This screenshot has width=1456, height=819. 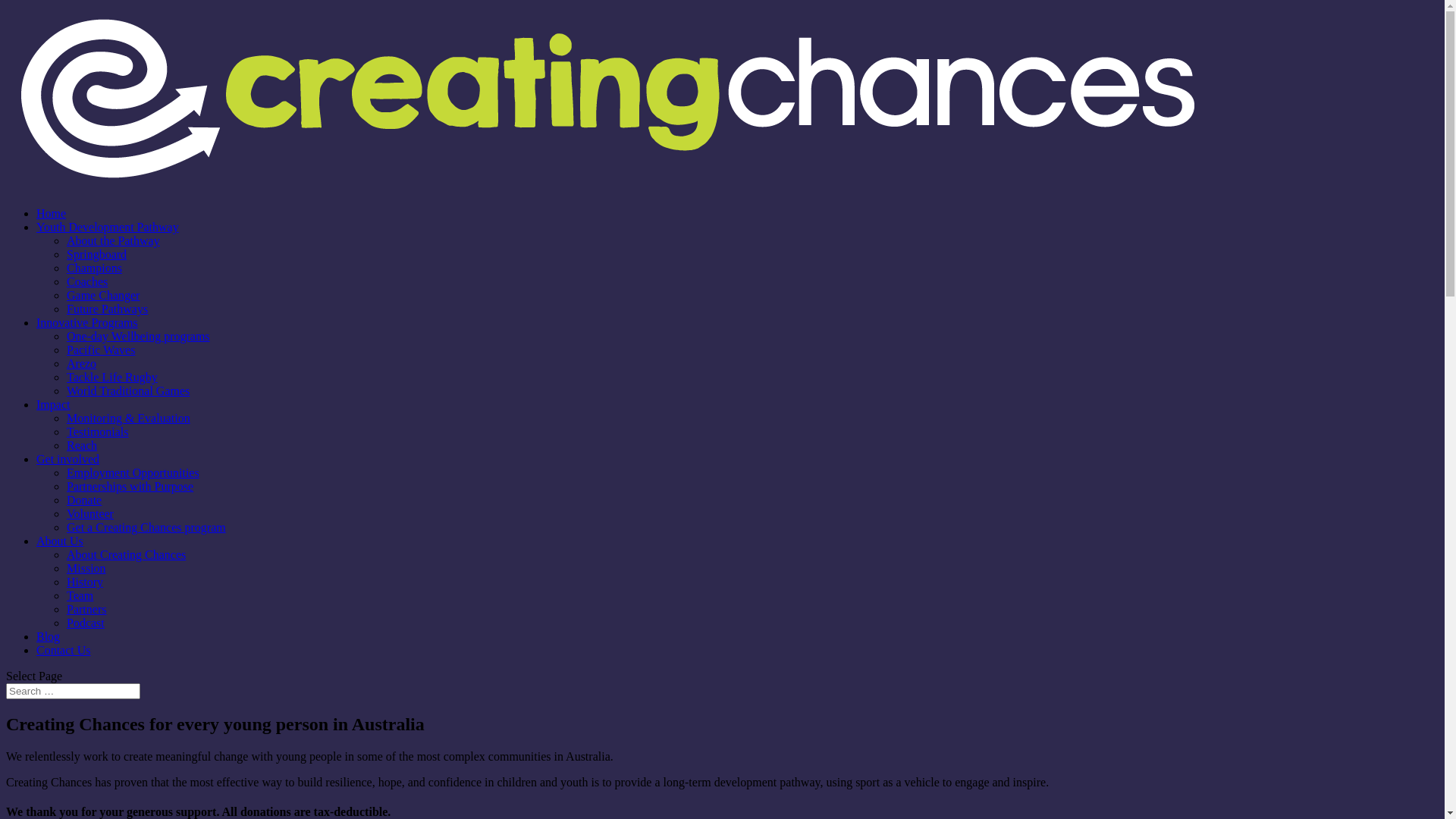 What do you see at coordinates (51, 213) in the screenshot?
I see `'Home'` at bounding box center [51, 213].